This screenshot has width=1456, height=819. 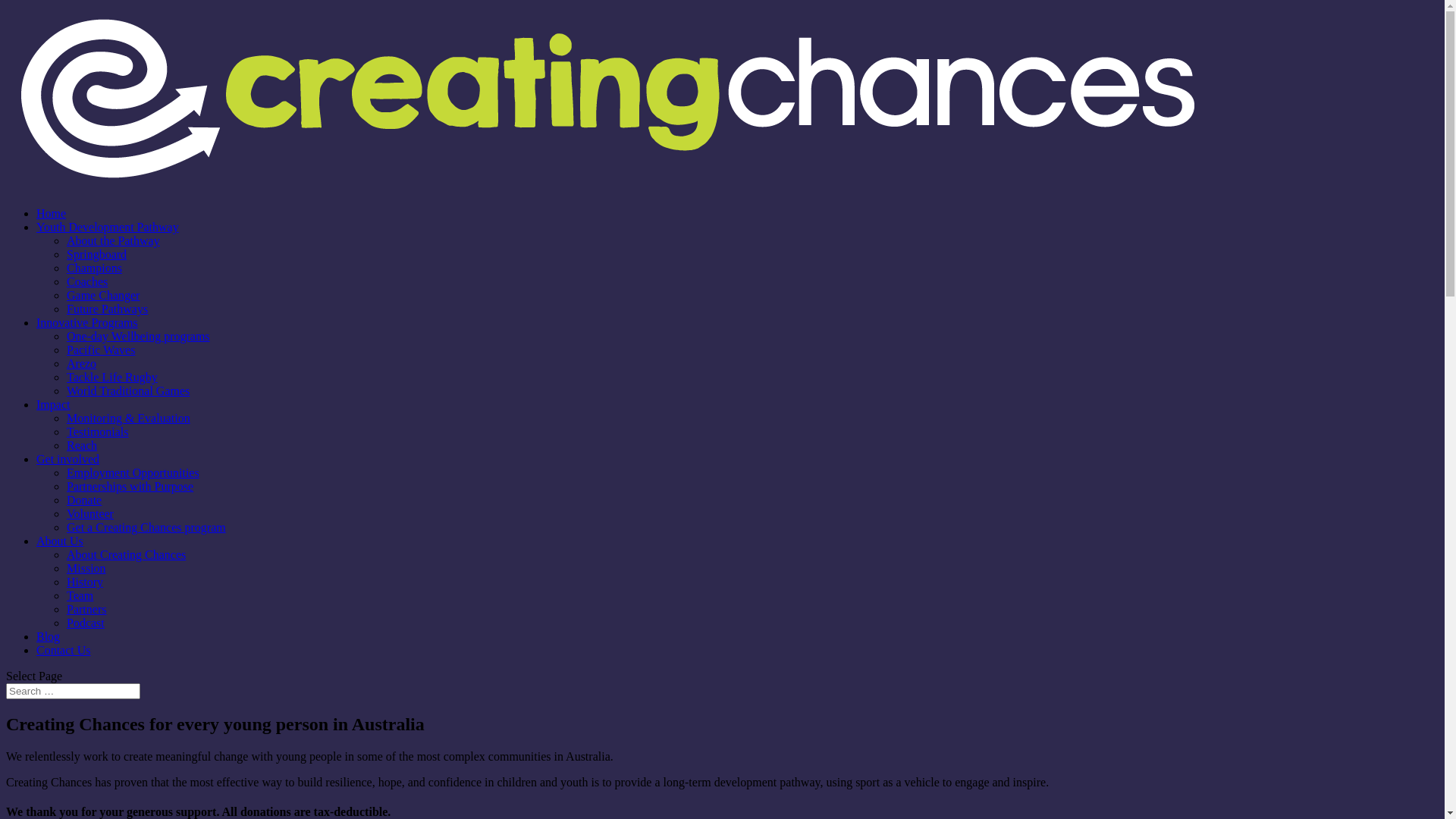 What do you see at coordinates (51, 213) in the screenshot?
I see `'Home'` at bounding box center [51, 213].